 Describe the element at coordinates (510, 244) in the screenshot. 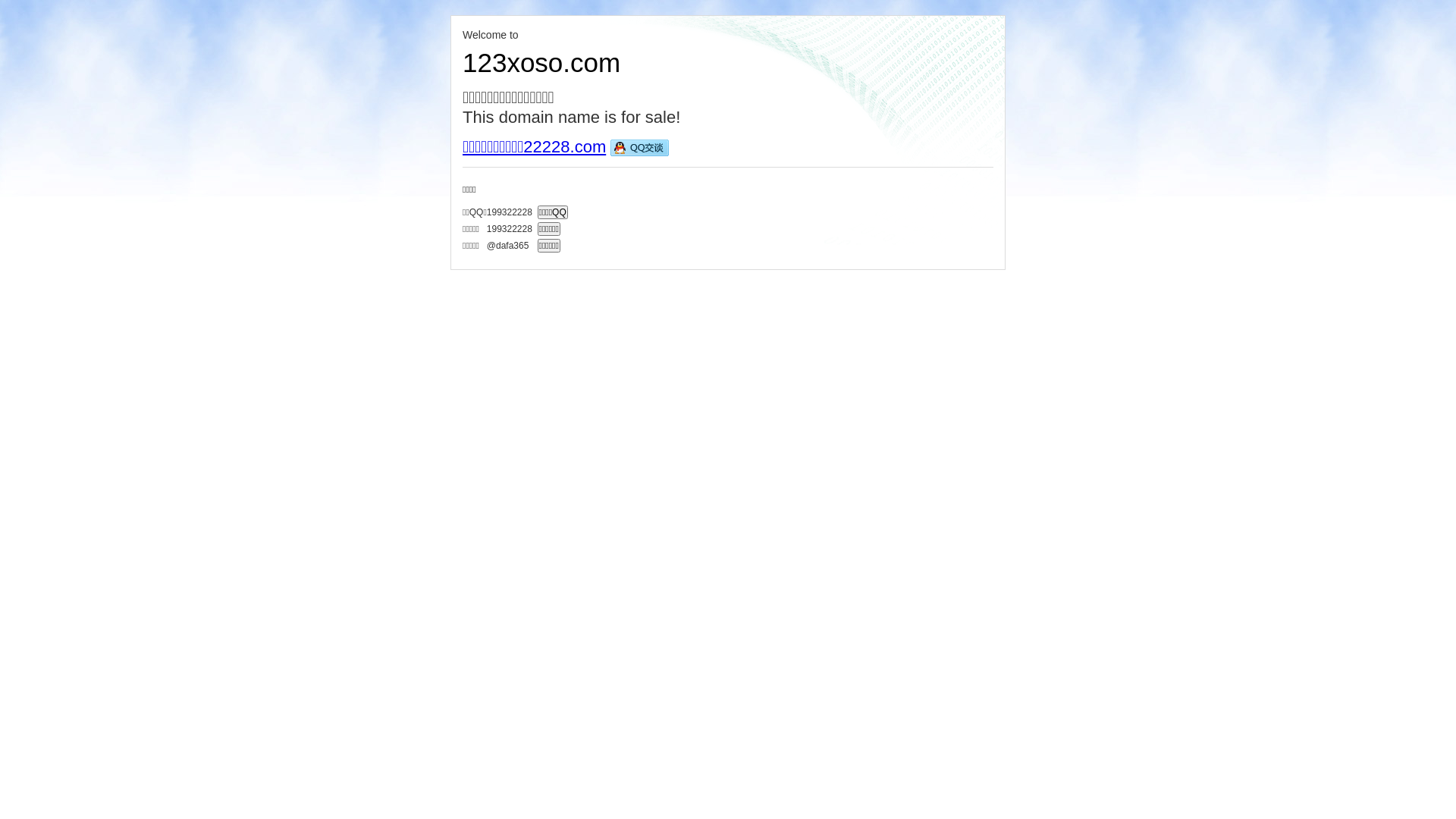

I see `'@dafa365'` at that location.